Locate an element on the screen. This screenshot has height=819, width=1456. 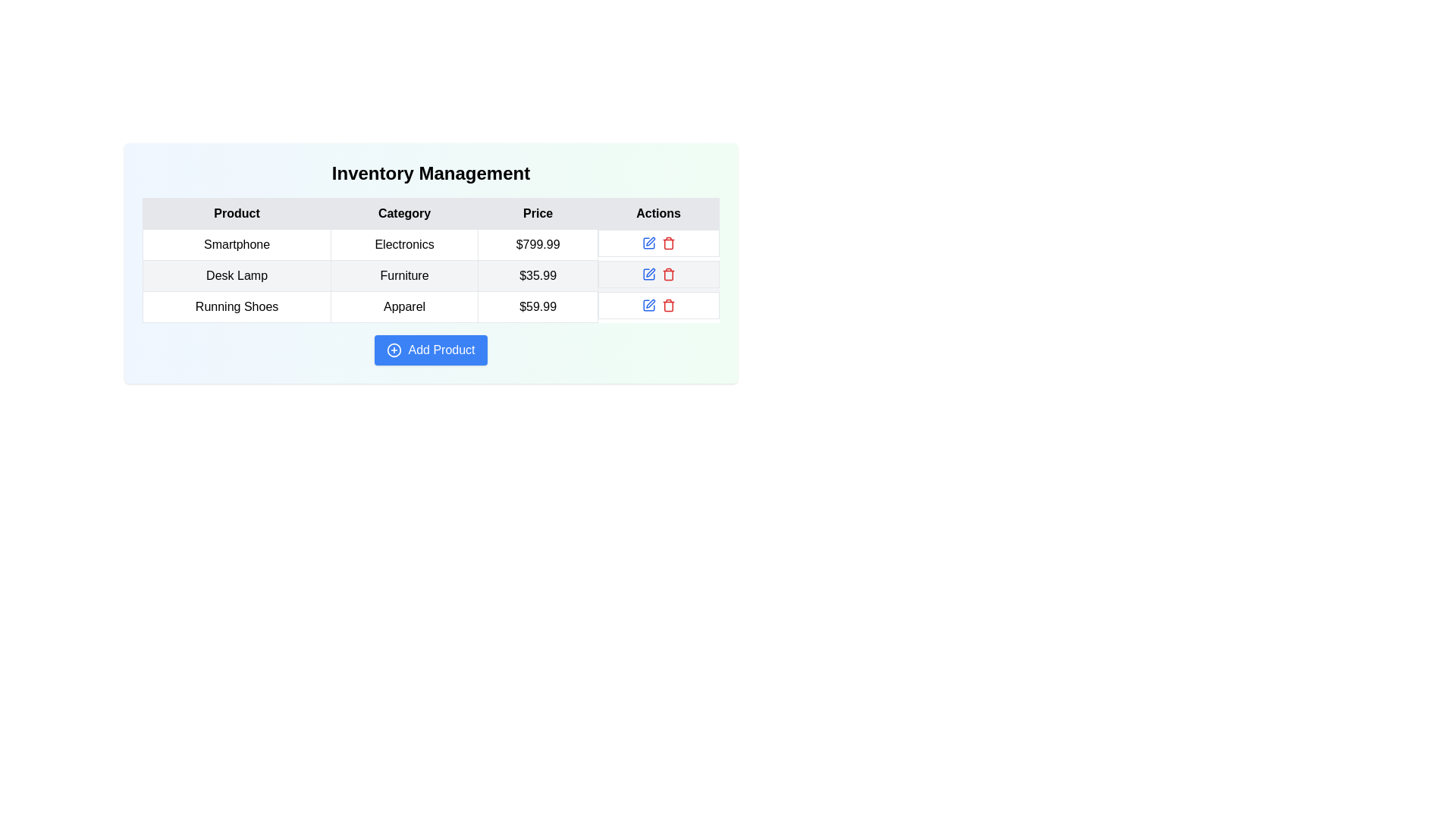
the first icon in the 'Actions' column of the table is located at coordinates (648, 242).